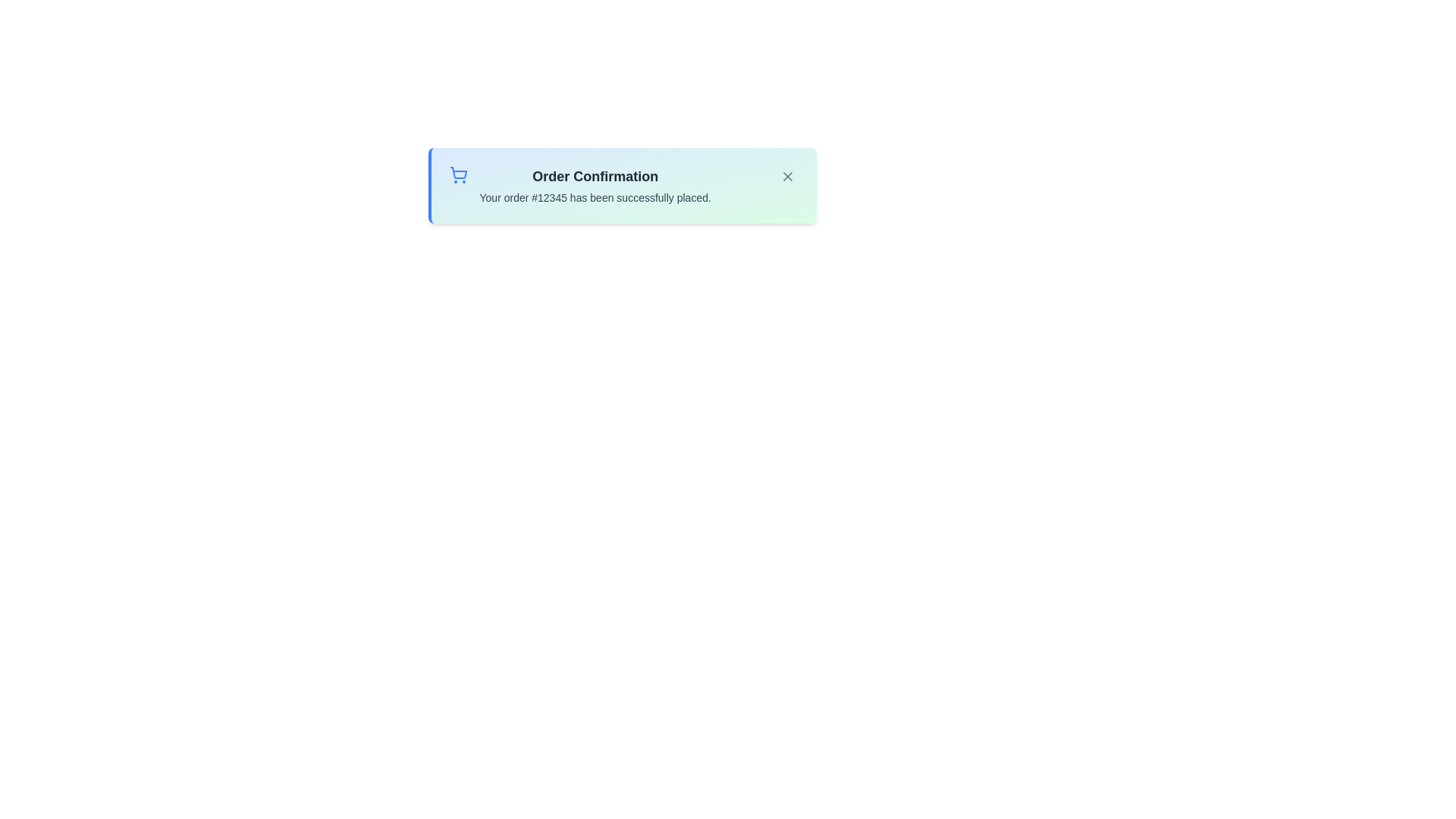 This screenshot has width=1456, height=819. What do you see at coordinates (595, 185) in the screenshot?
I see `the text 'Order ConfirmationYour order #12345 has been successfully placed.' to select it` at bounding box center [595, 185].